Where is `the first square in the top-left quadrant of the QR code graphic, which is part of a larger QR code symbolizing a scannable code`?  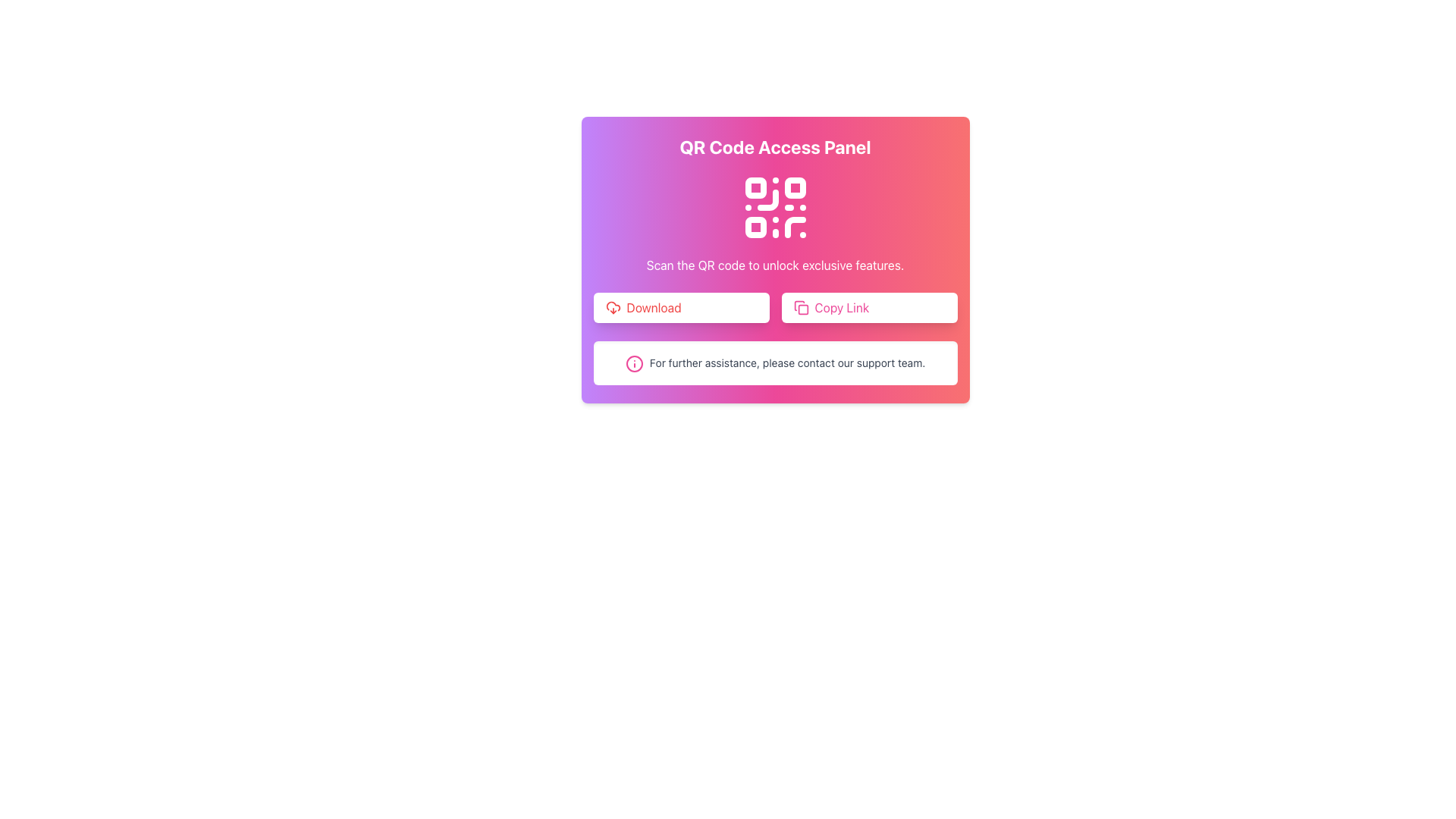 the first square in the top-left quadrant of the QR code graphic, which is part of a larger QR code symbolizing a scannable code is located at coordinates (755, 187).